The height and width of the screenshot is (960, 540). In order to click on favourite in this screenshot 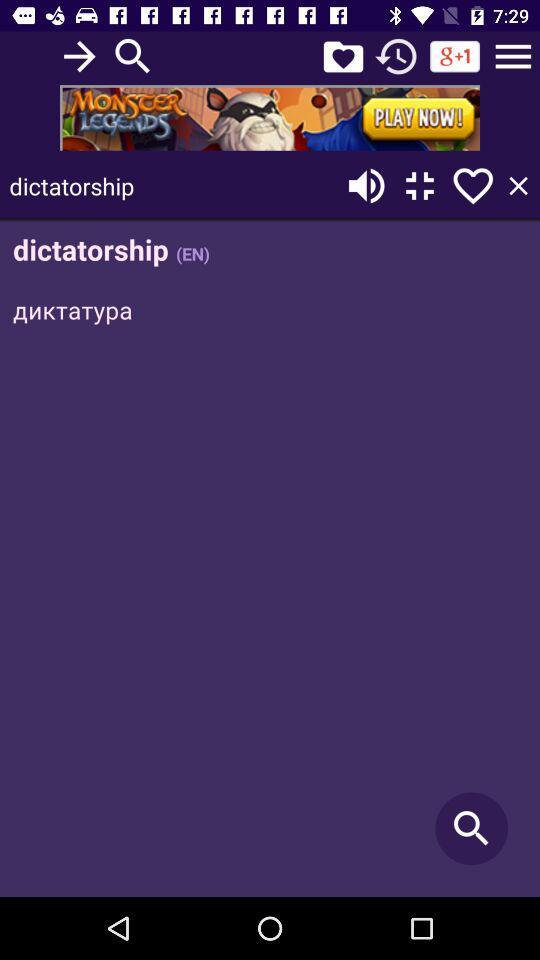, I will do `click(342, 55)`.